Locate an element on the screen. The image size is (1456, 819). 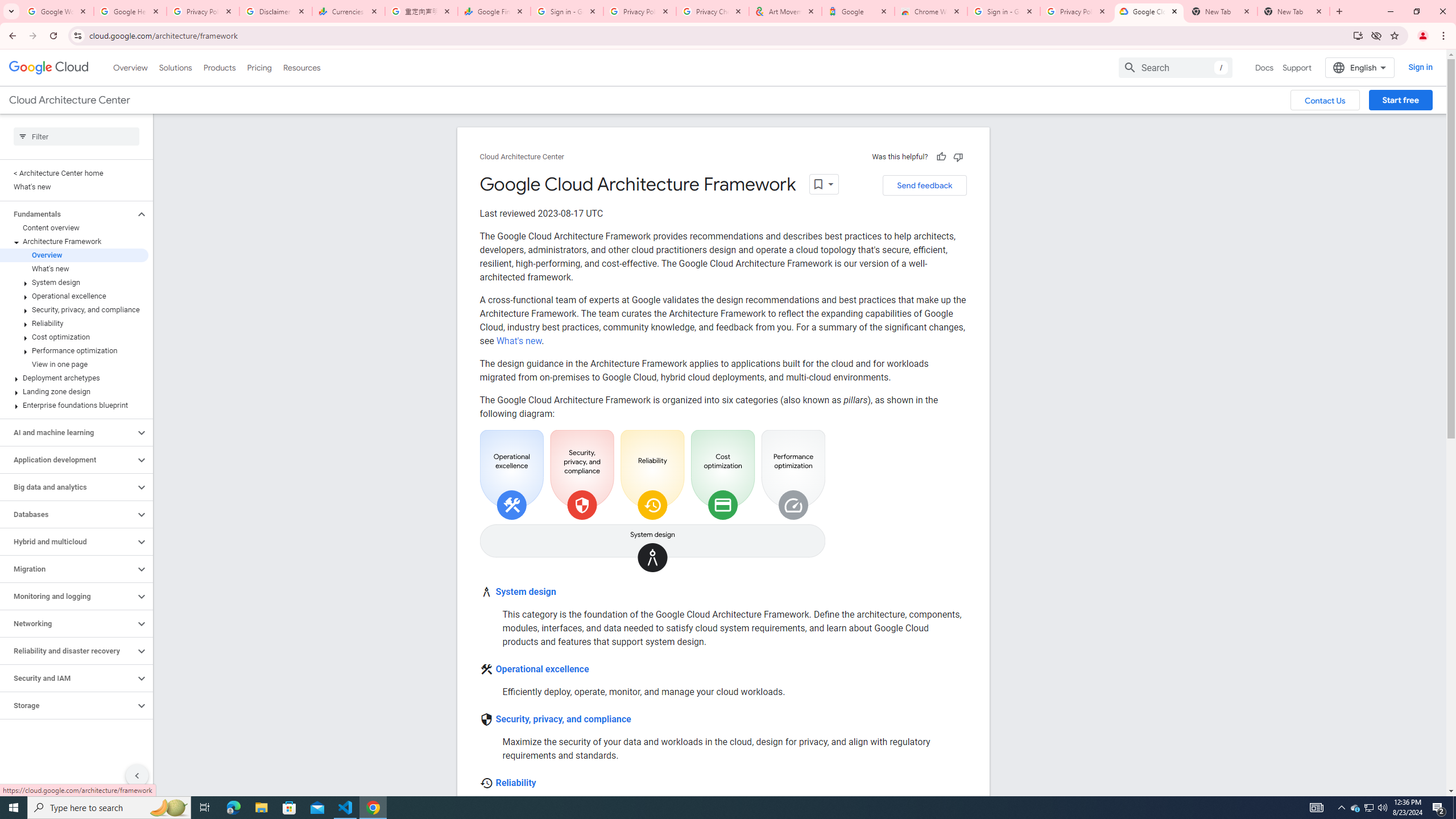
'Hybrid and multicloud' is located at coordinates (67, 541).